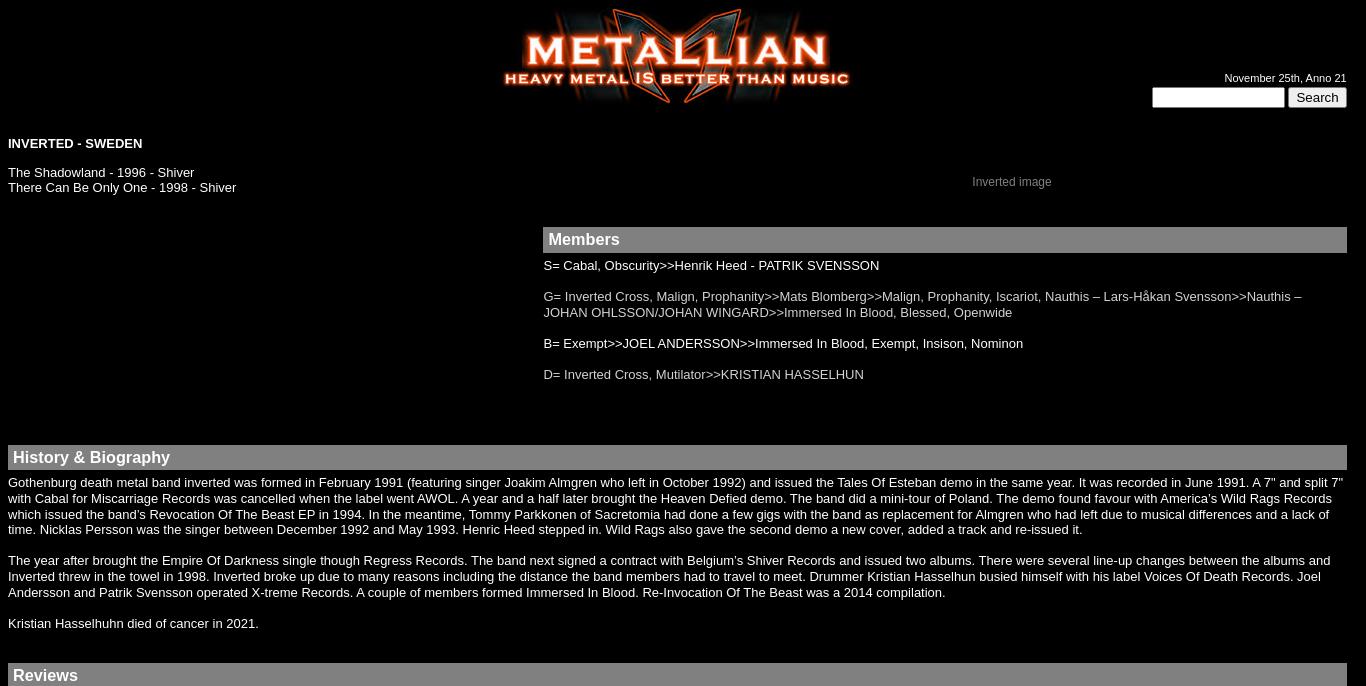 This screenshot has height=686, width=1366. I want to click on 'The Shadowland - 1996 - Shiver', so click(8, 170).